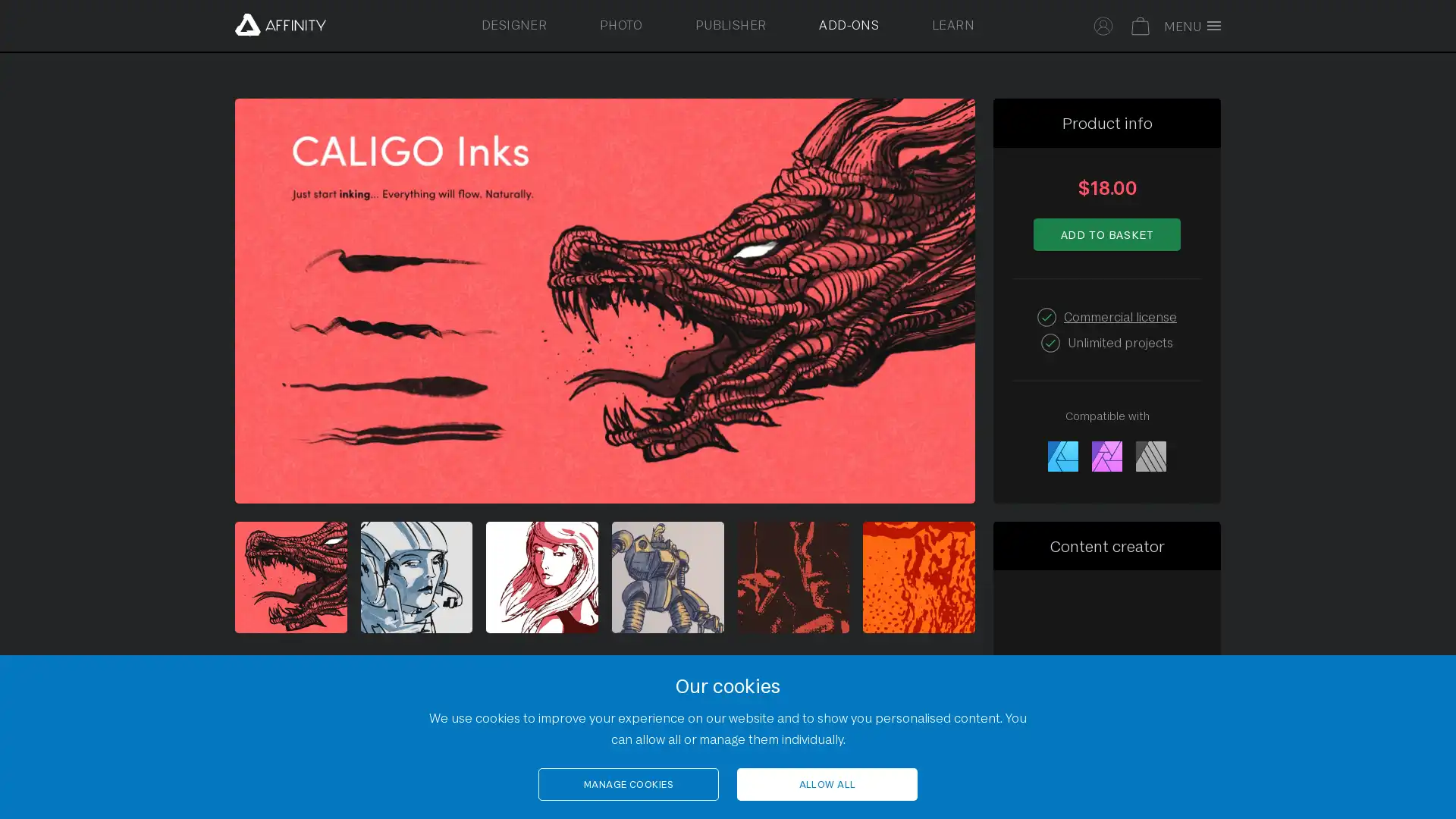 The height and width of the screenshot is (819, 1456). Describe the element at coordinates (1106, 234) in the screenshot. I see `Add to basket` at that location.